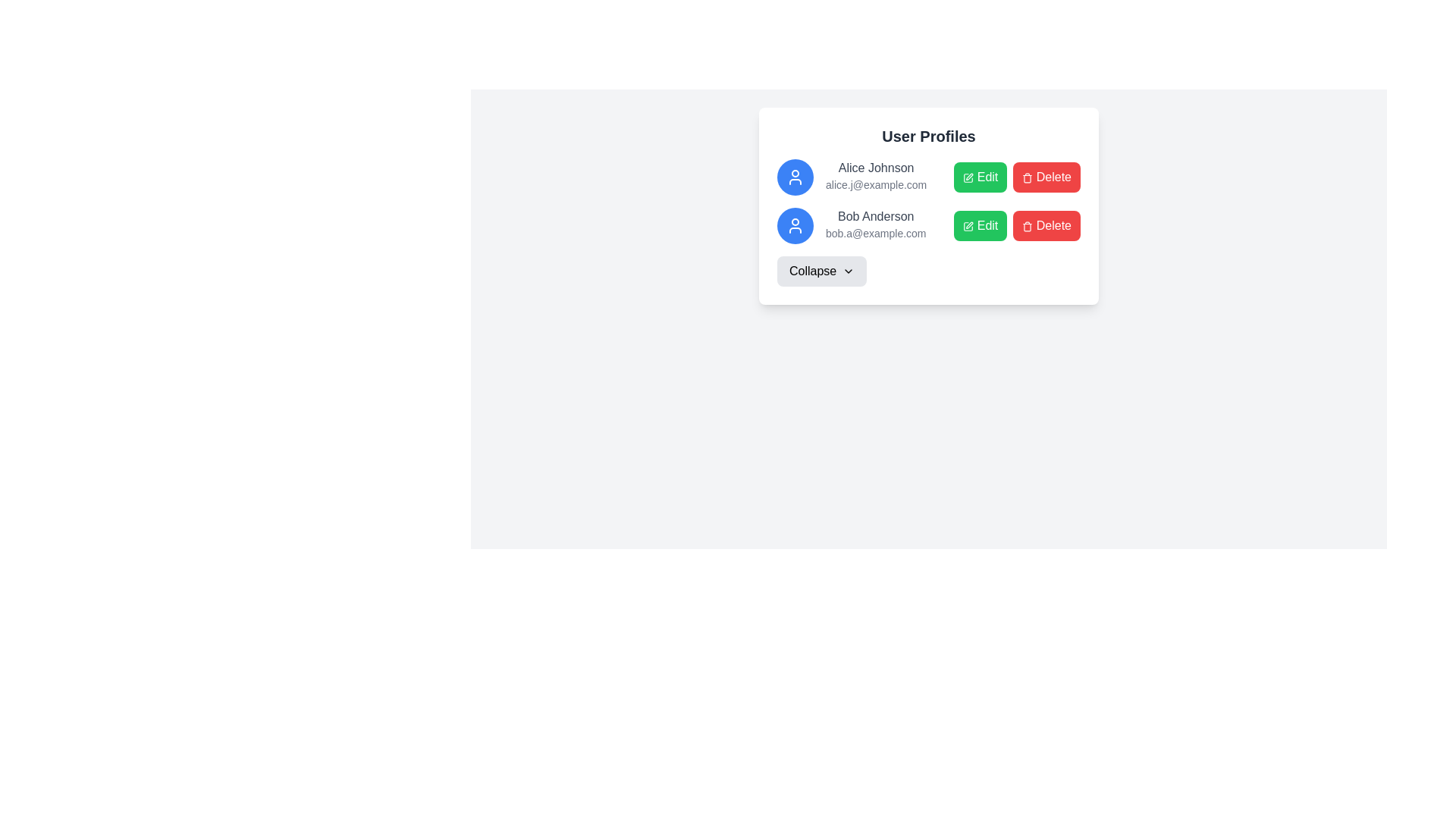  What do you see at coordinates (980, 177) in the screenshot?
I see `the green 'Edit' button with a rounded rectangular shape and a white pen icon, located at the top profile entry for 'Alice Johnson'` at bounding box center [980, 177].